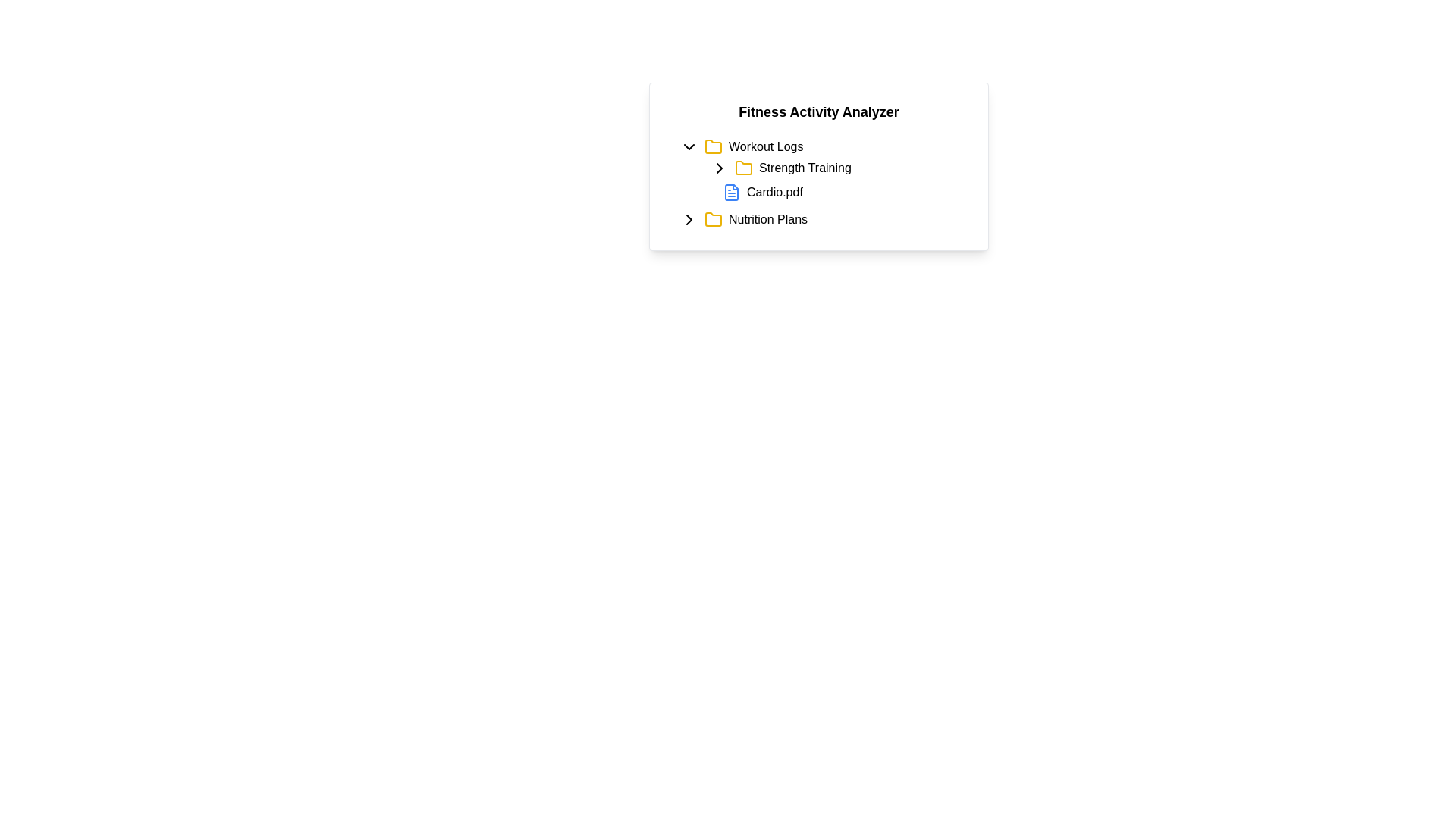  Describe the element at coordinates (767, 219) in the screenshot. I see `the 'Nutrition Plans' text label located at the bottom-most item of the tree-view menu under 'Fitness Activity Analyzer'` at that location.